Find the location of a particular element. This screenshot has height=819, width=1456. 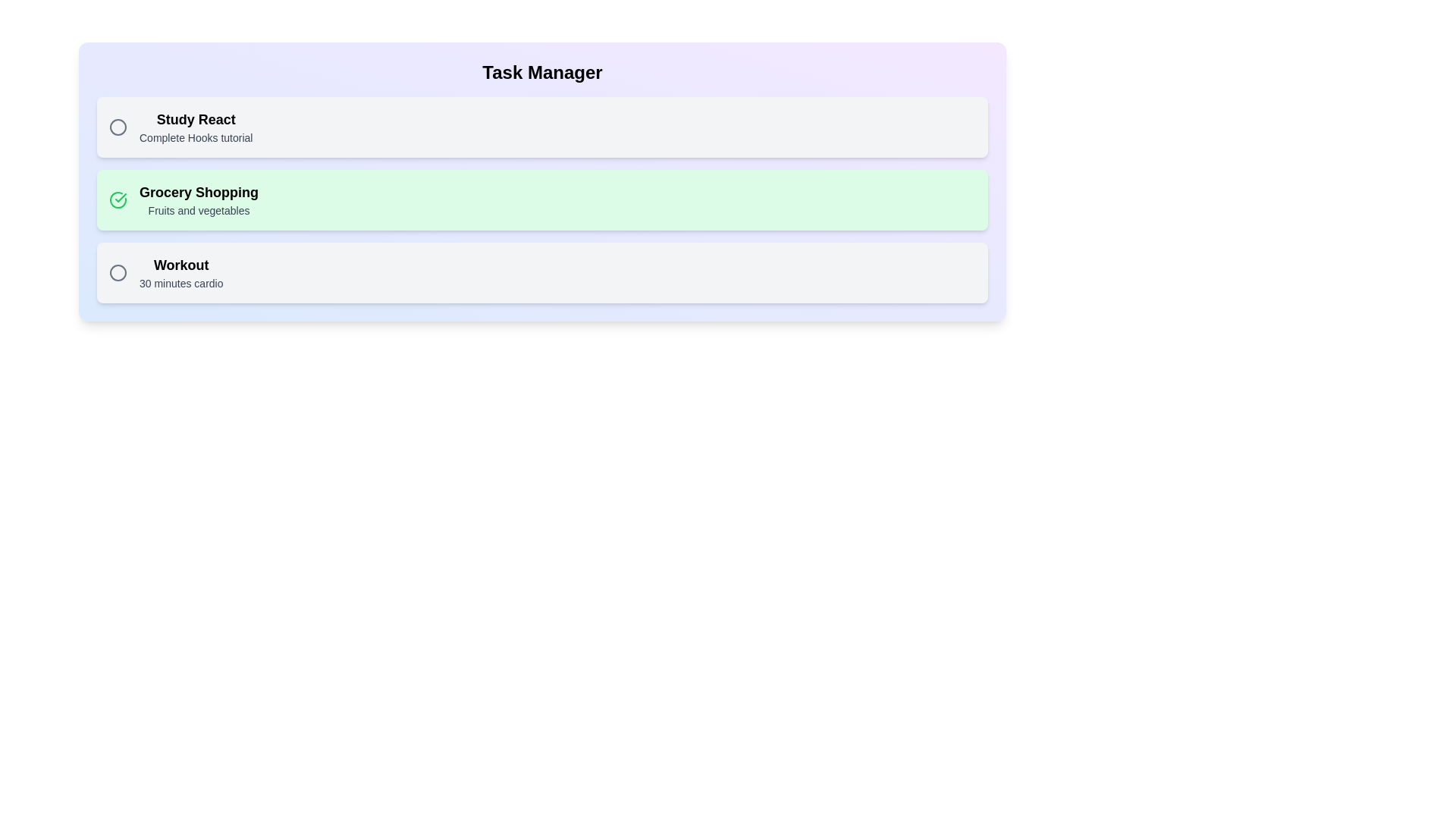

the Checkmark icon representing the completion of the 'Grocery Shopping' task, which is a decorative SVG element located within a circular icon is located at coordinates (120, 197).